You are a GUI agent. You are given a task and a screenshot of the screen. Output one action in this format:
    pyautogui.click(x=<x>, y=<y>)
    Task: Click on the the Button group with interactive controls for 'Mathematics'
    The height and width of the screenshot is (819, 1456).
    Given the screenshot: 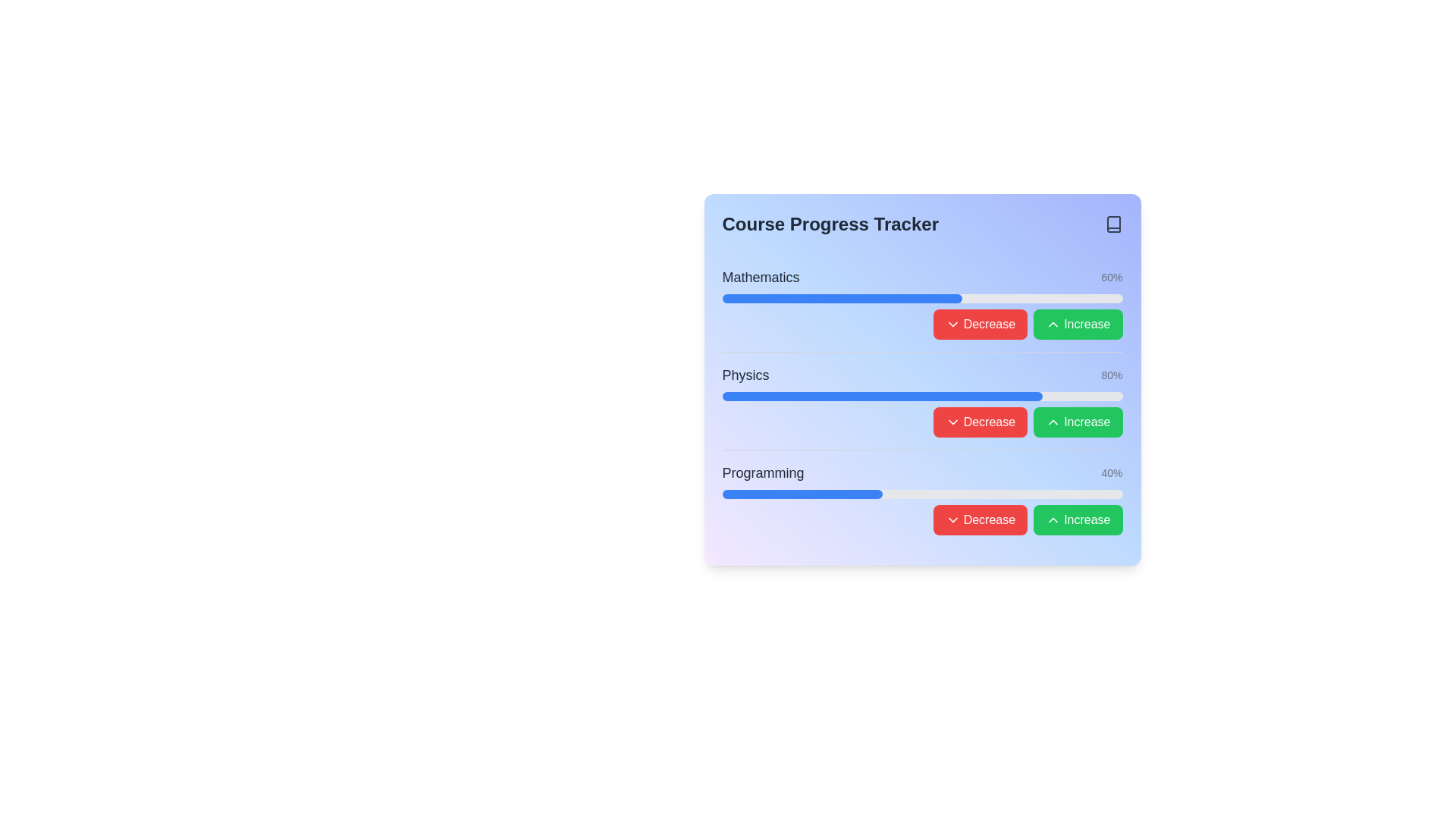 What is the action you would take?
    pyautogui.click(x=921, y=324)
    